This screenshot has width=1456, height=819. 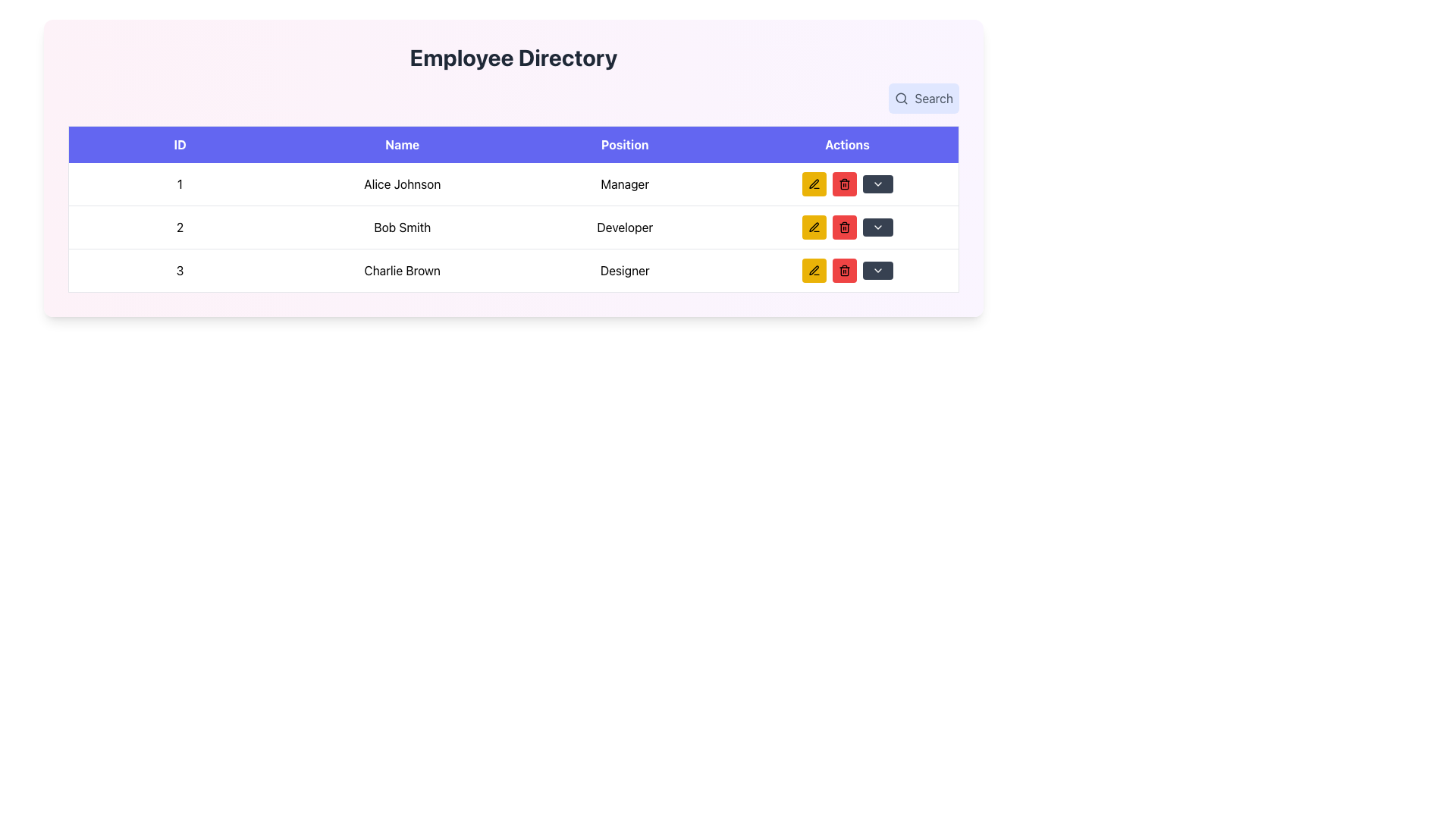 I want to click on the header label for the column containing action buttons, positioned as the fourth column in the table header, aligned to the rightmost edge, so click(x=846, y=144).